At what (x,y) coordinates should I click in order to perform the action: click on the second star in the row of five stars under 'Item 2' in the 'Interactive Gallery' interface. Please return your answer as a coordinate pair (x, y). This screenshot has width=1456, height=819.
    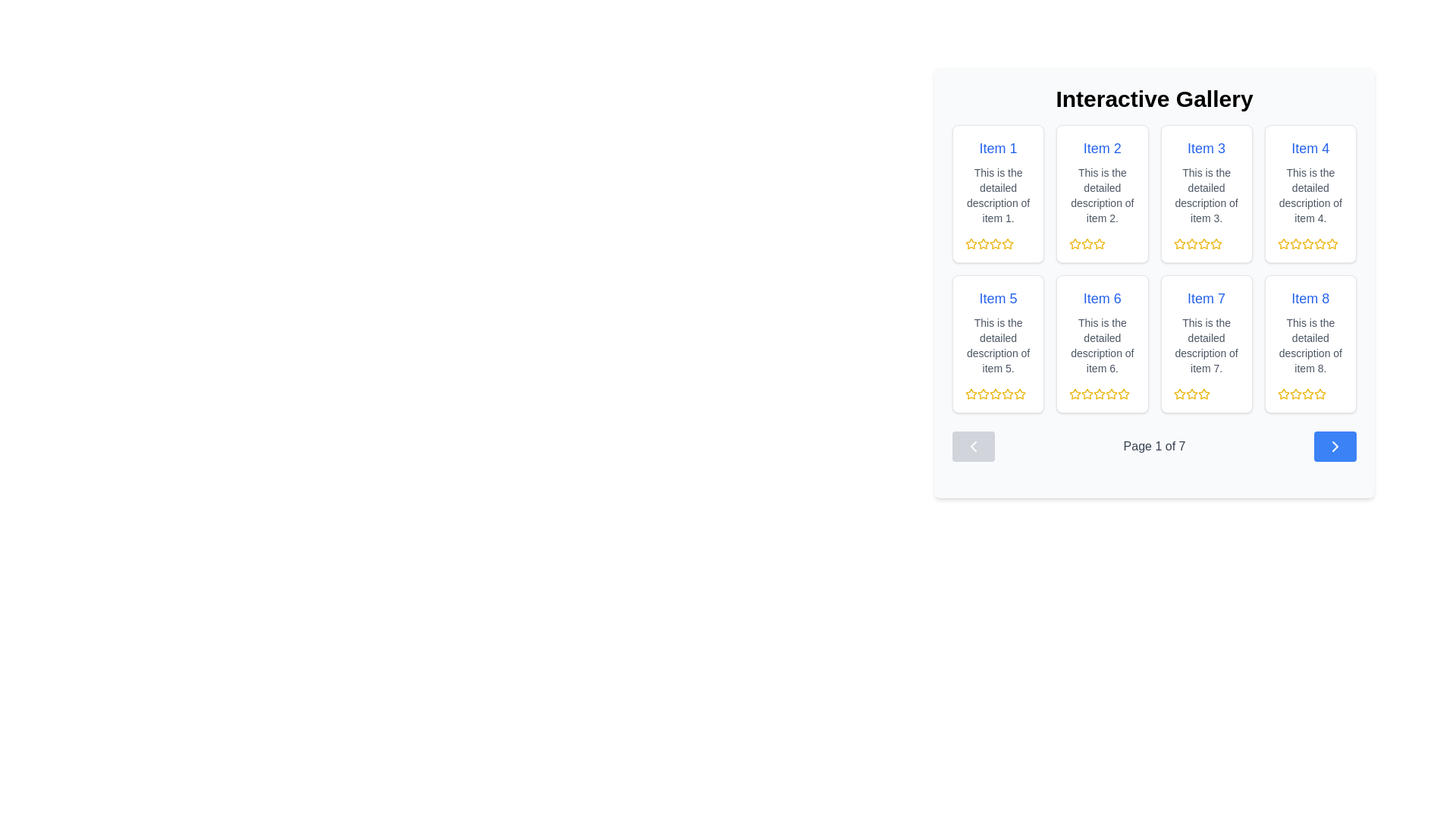
    Looking at the image, I should click on (1087, 243).